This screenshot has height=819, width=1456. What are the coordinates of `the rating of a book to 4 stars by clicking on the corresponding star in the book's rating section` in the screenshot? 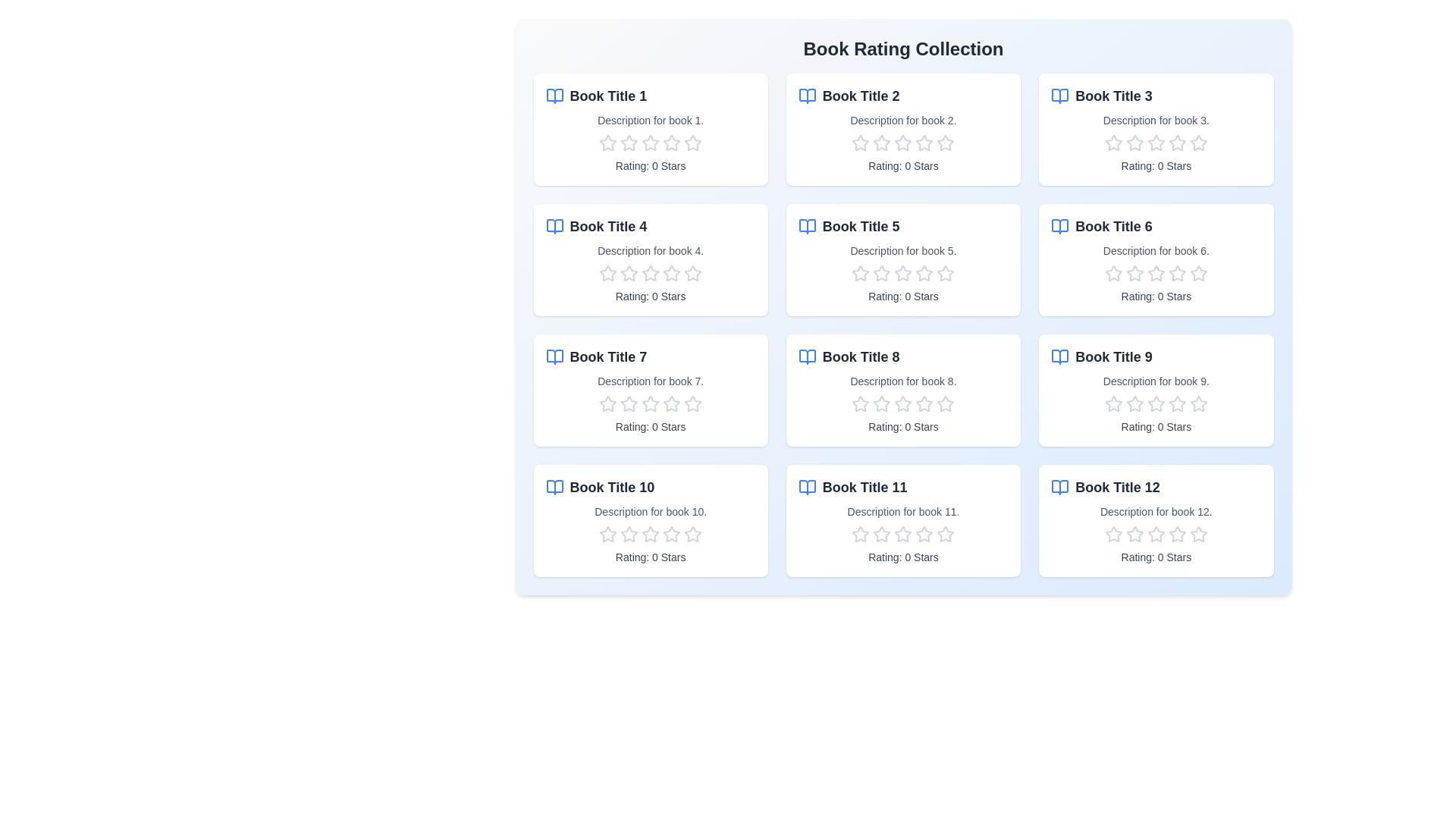 It's located at (671, 143).